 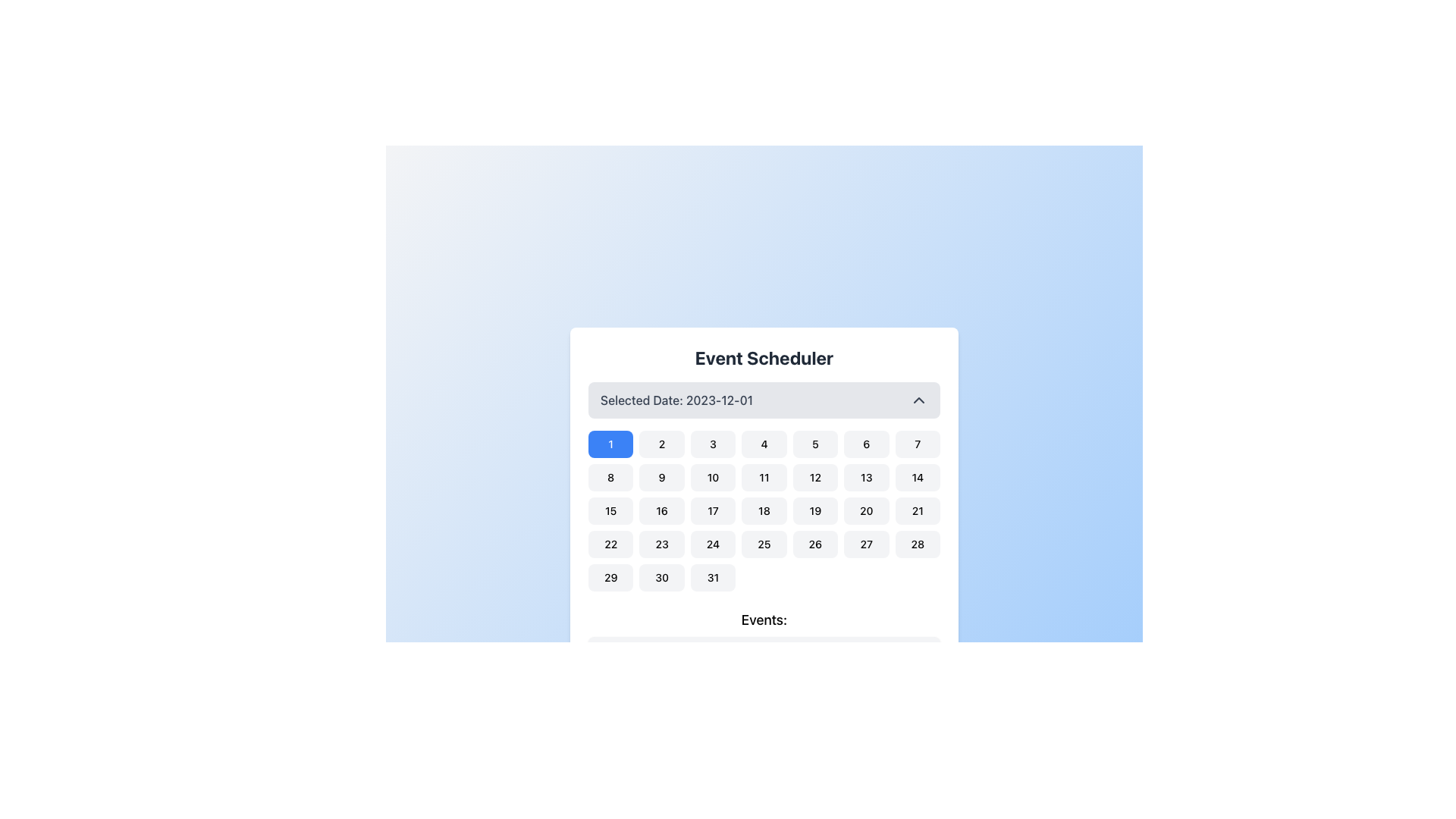 I want to click on the collapsible toggle icon located at the right end of the 'Selected Date: 2023-12-01' bar, so click(x=918, y=400).